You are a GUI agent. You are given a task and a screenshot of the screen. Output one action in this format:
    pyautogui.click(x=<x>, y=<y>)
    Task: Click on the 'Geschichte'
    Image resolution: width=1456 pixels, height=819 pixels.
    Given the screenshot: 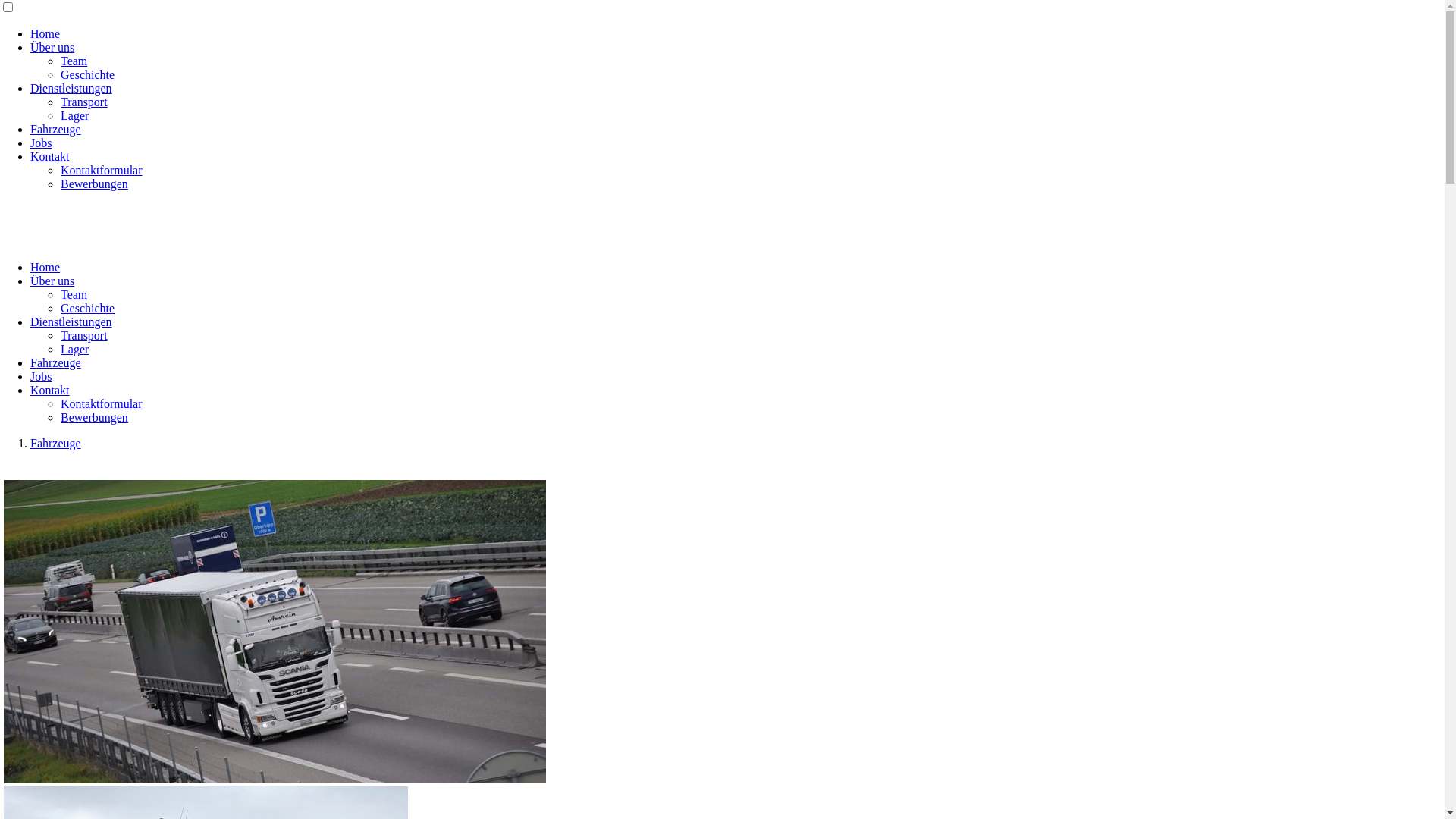 What is the action you would take?
    pyautogui.click(x=86, y=74)
    